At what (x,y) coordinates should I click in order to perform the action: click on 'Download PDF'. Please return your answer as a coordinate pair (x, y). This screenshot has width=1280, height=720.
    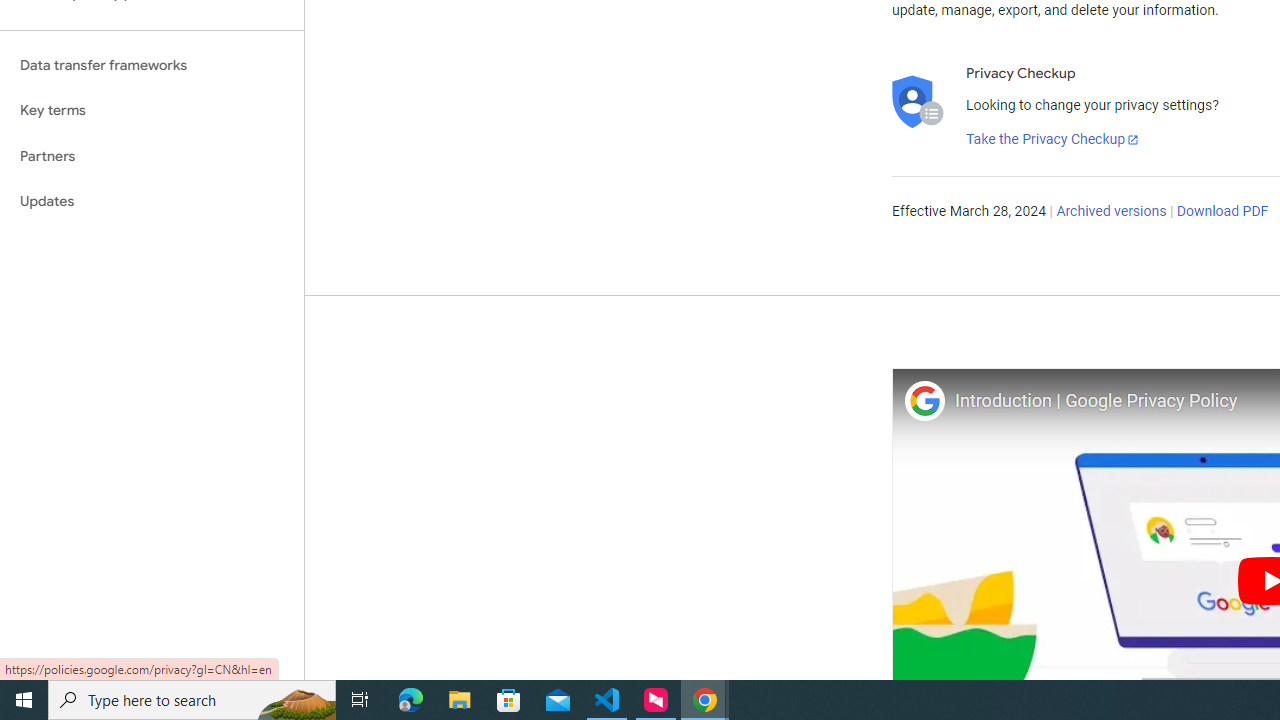
    Looking at the image, I should click on (1221, 212).